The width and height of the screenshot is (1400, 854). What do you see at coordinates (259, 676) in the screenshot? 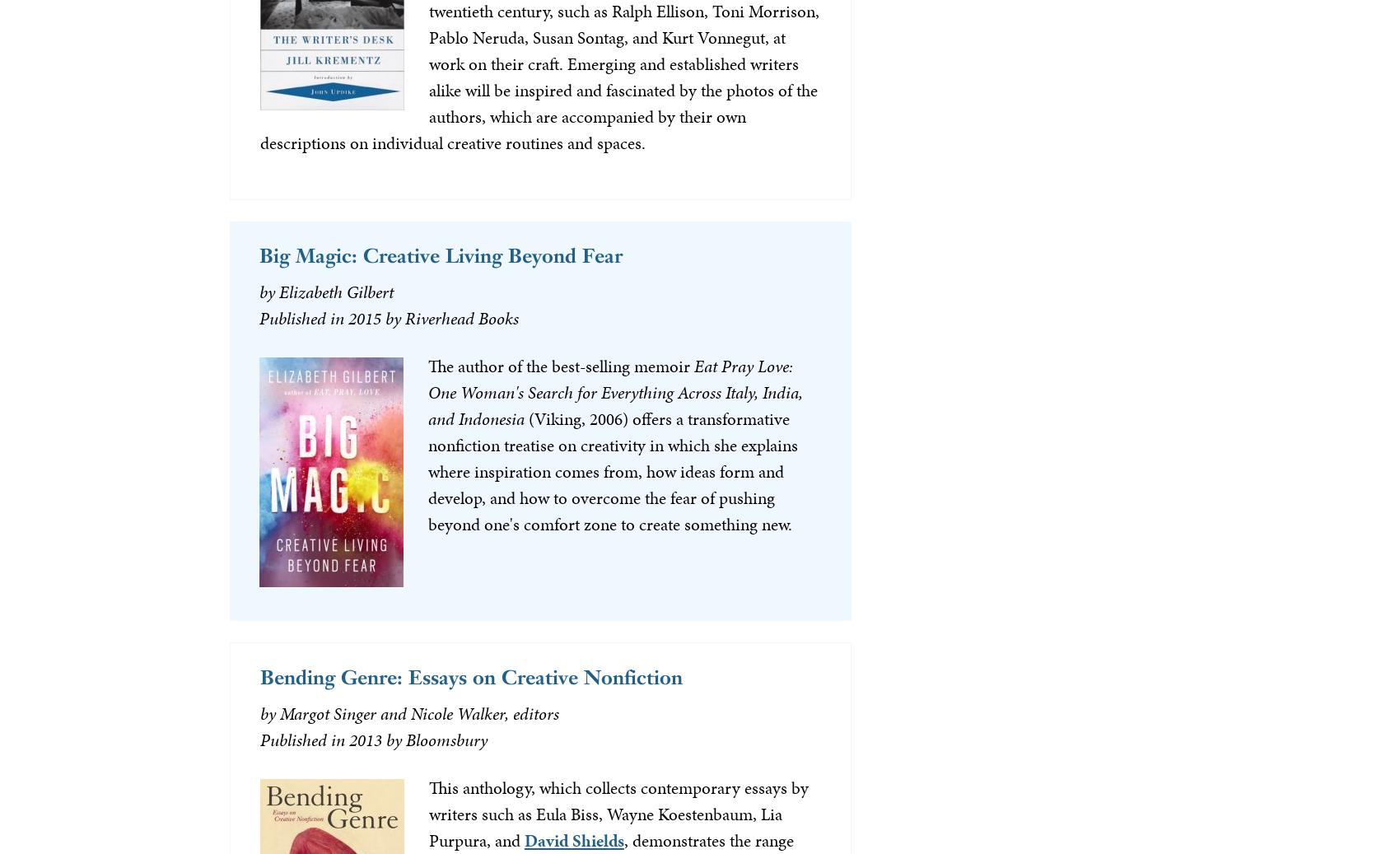
I see `'Bending Genre: Essays on Creative Nonfiction'` at bounding box center [259, 676].